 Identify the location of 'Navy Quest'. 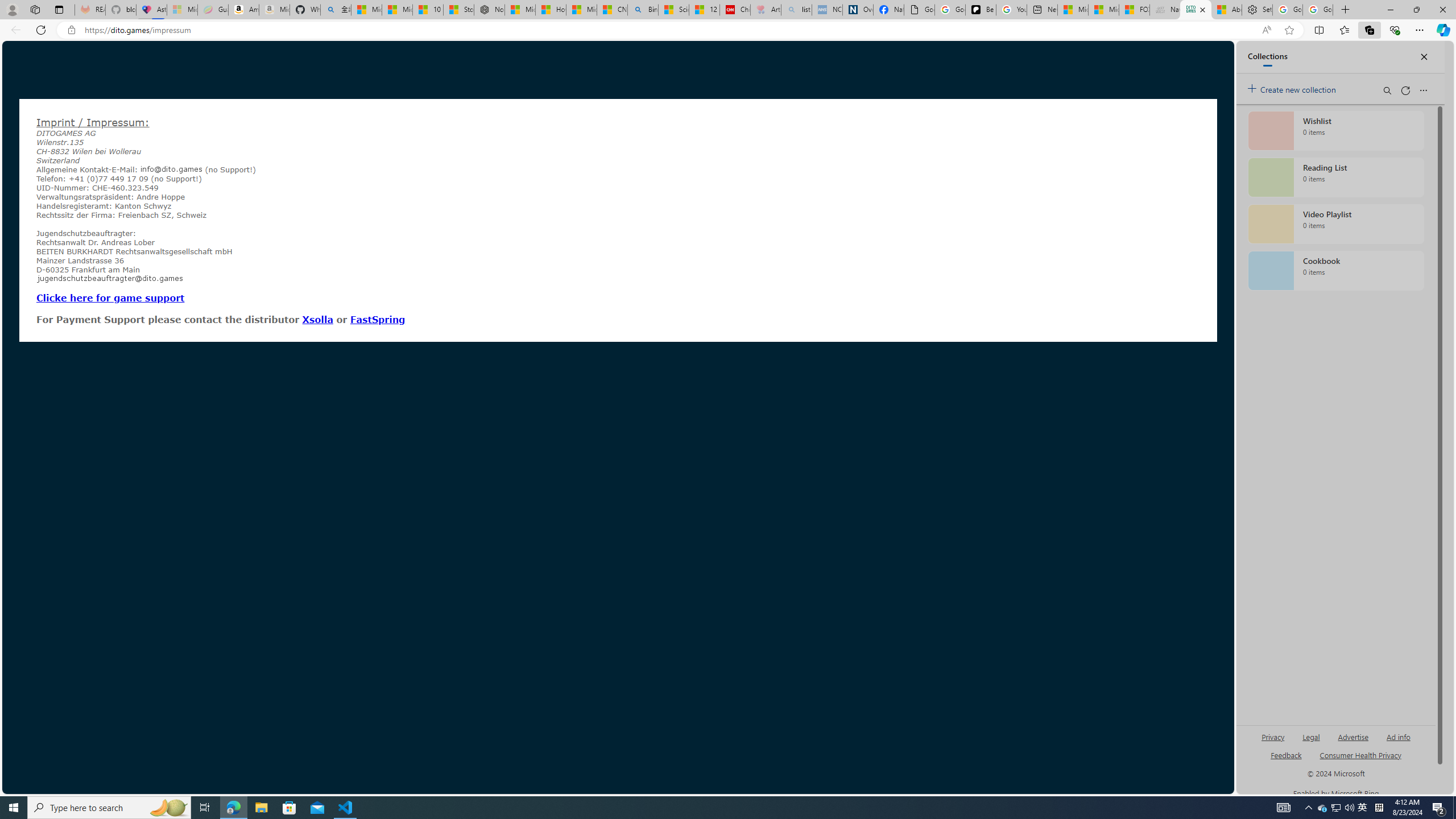
(1164, 9).